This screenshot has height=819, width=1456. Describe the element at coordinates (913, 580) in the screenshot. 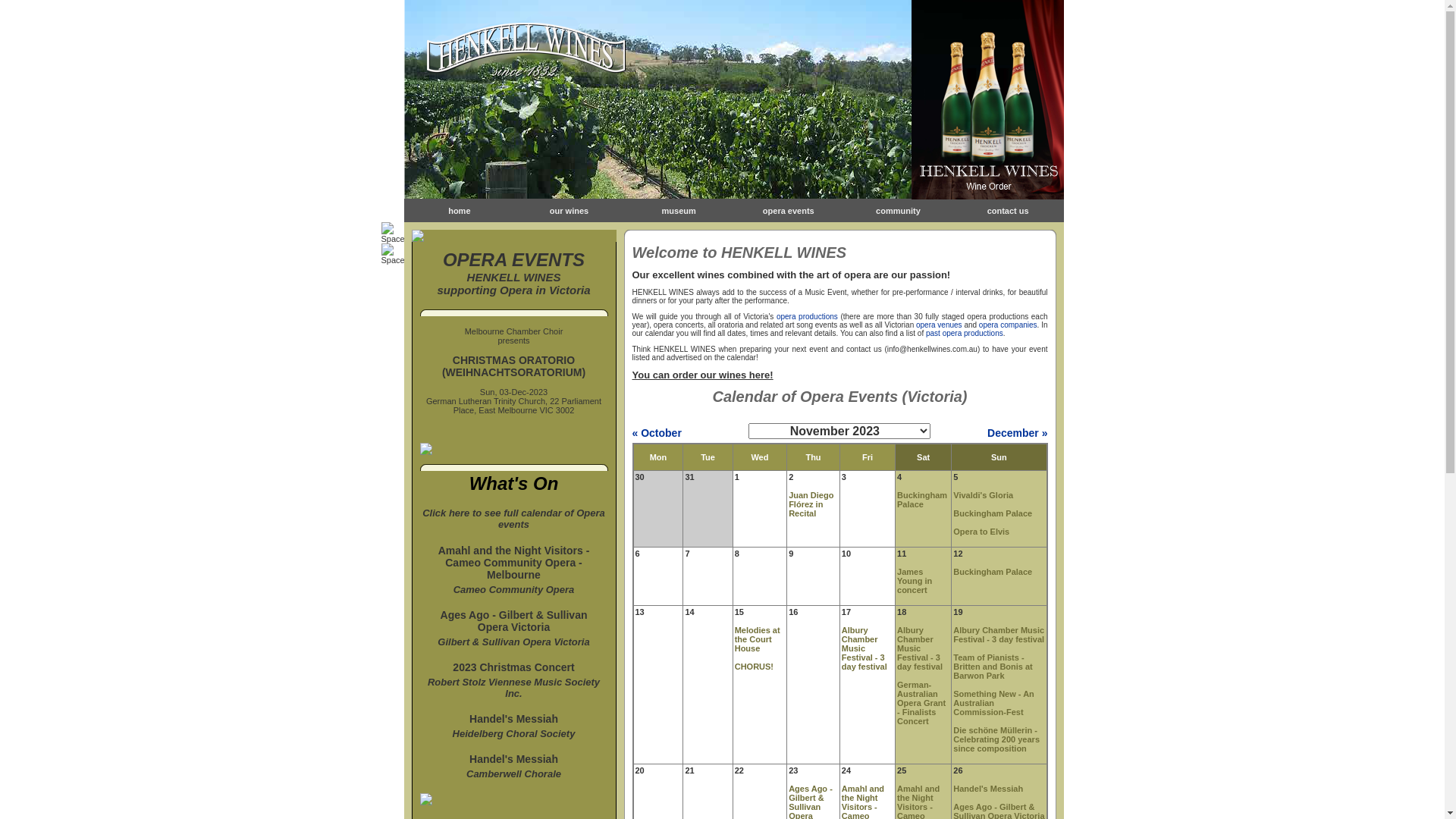

I see `'James Young in concert'` at that location.